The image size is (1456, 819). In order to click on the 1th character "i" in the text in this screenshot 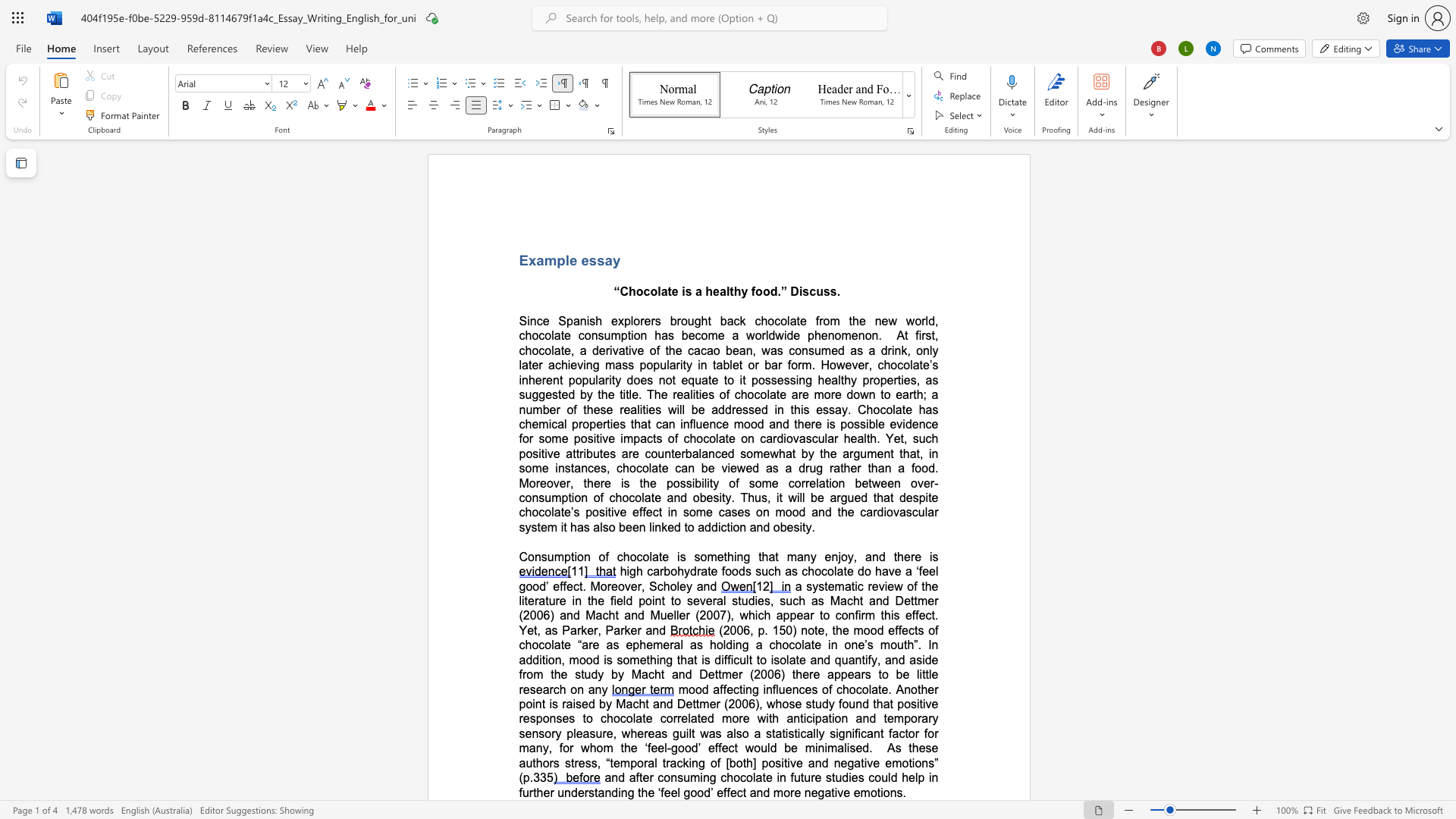, I will do `click(561, 526)`.